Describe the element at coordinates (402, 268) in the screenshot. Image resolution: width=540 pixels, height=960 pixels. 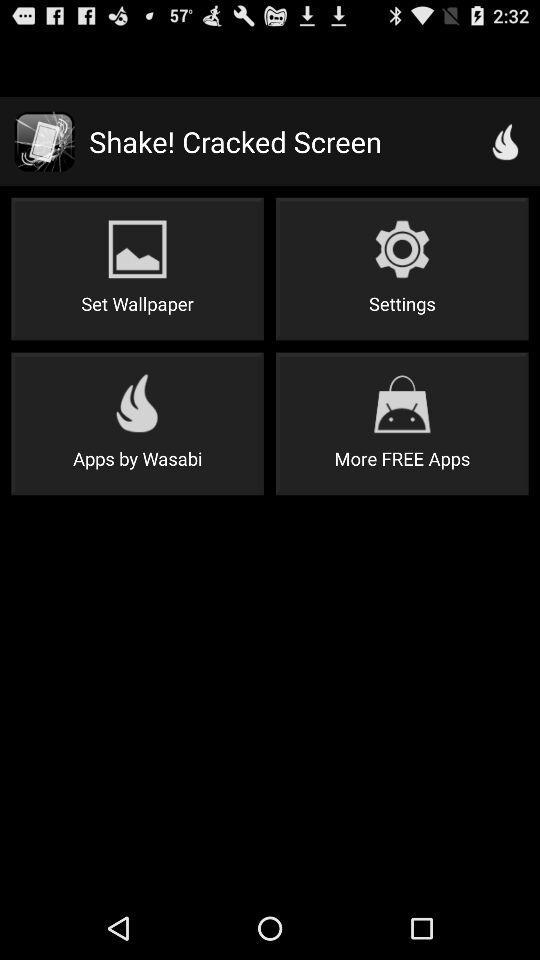
I see `icon above the more free apps item` at that location.